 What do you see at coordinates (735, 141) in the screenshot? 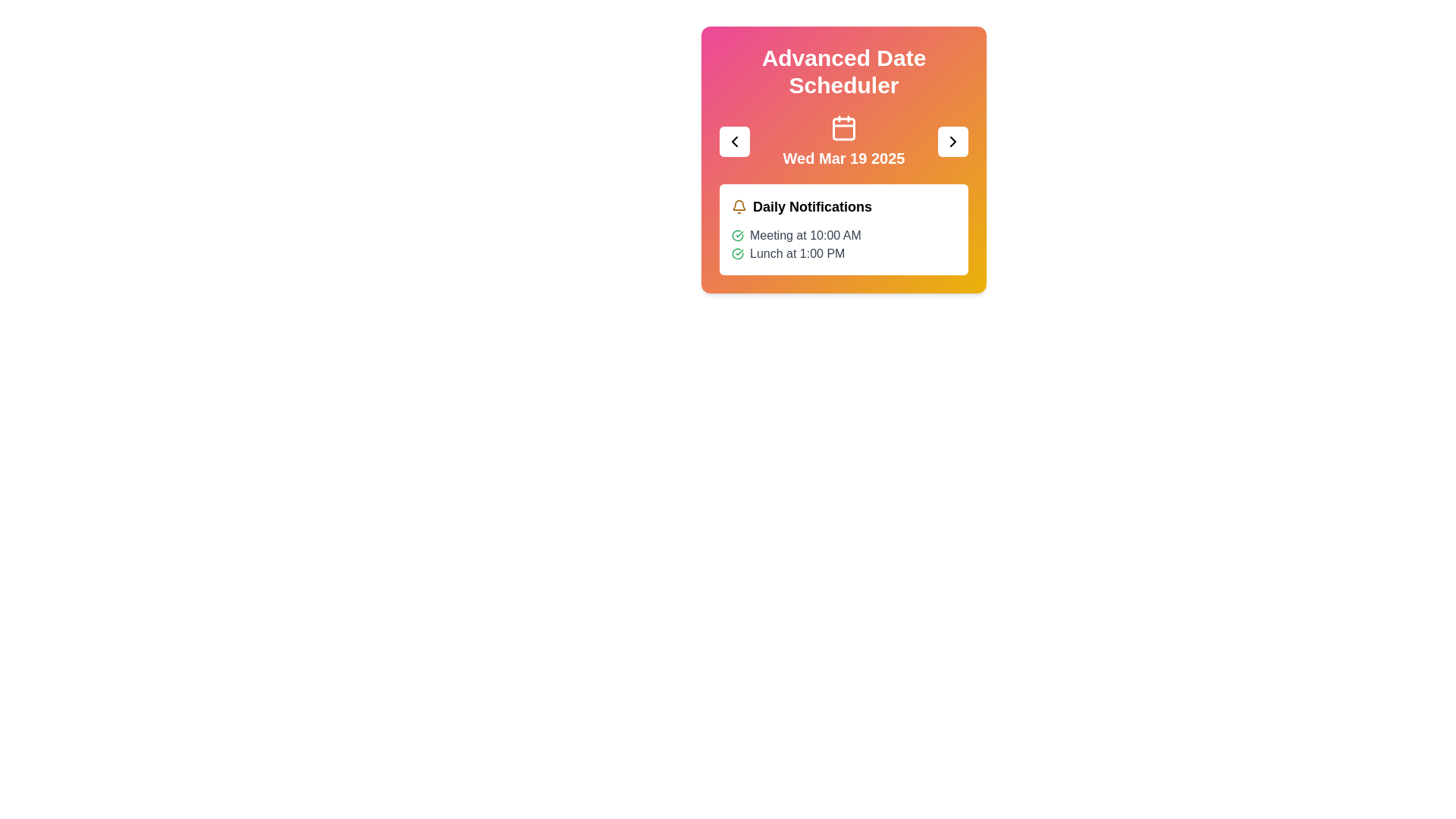
I see `the 'Previous' navigation button located at the leftmost position in the date scheduler interface` at bounding box center [735, 141].